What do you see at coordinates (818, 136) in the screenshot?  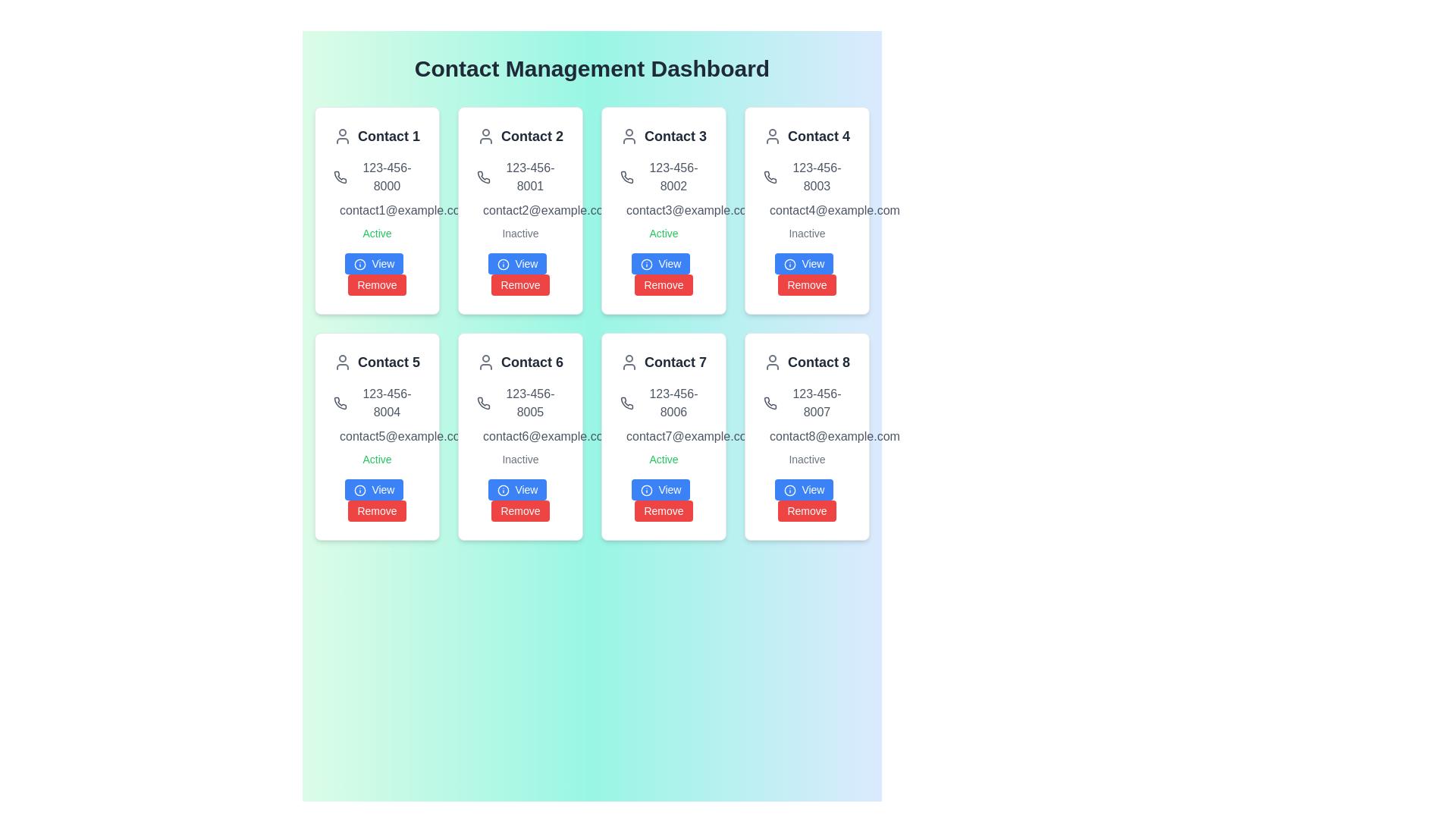 I see `text label identifying the contact as 'Contact 4', which is centrally positioned within the upper part of the contact information card in the fourth position of the top row in the grid layout` at bounding box center [818, 136].